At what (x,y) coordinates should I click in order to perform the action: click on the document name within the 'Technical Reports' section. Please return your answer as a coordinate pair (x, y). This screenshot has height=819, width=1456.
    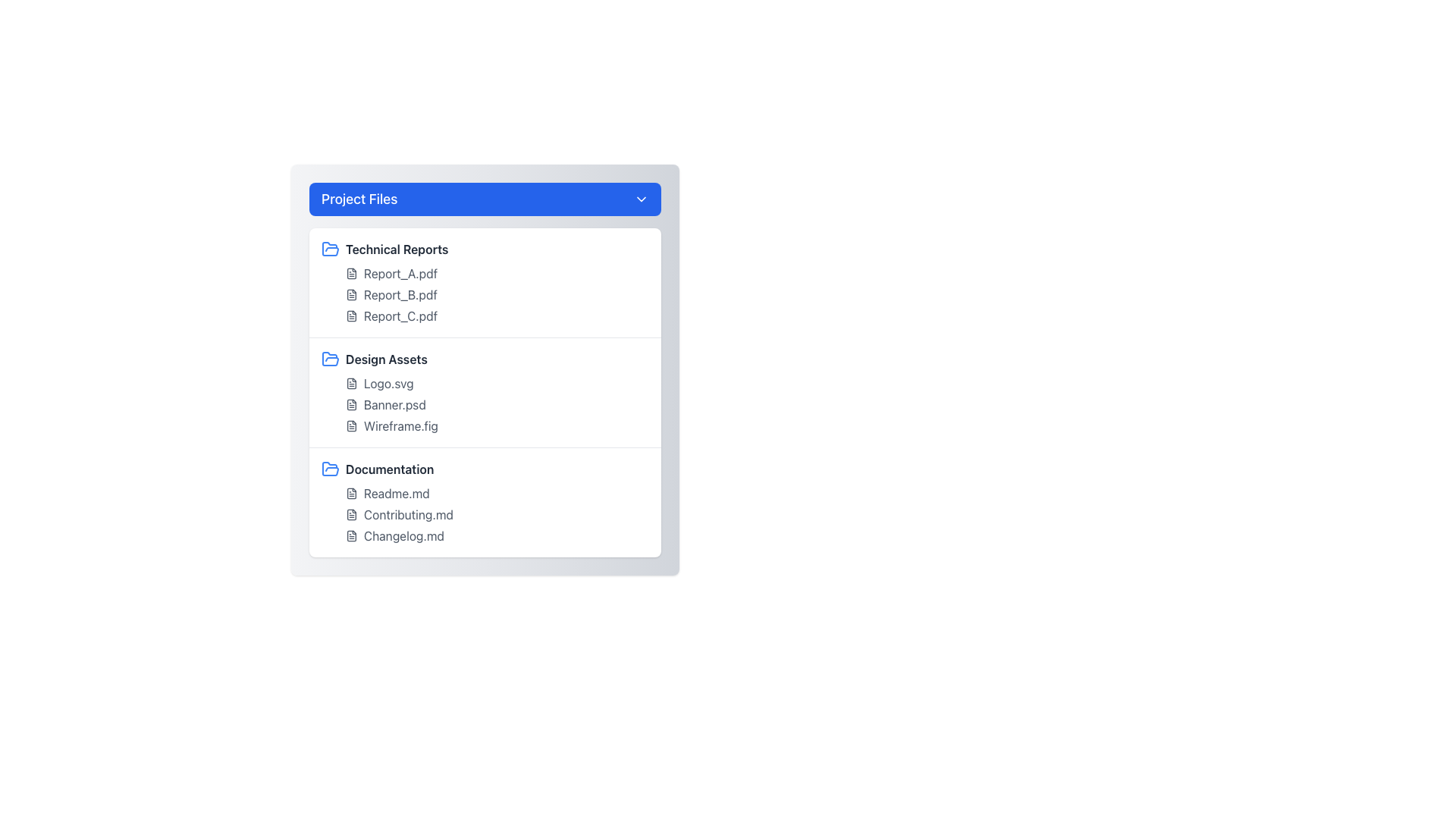
    Looking at the image, I should click on (484, 283).